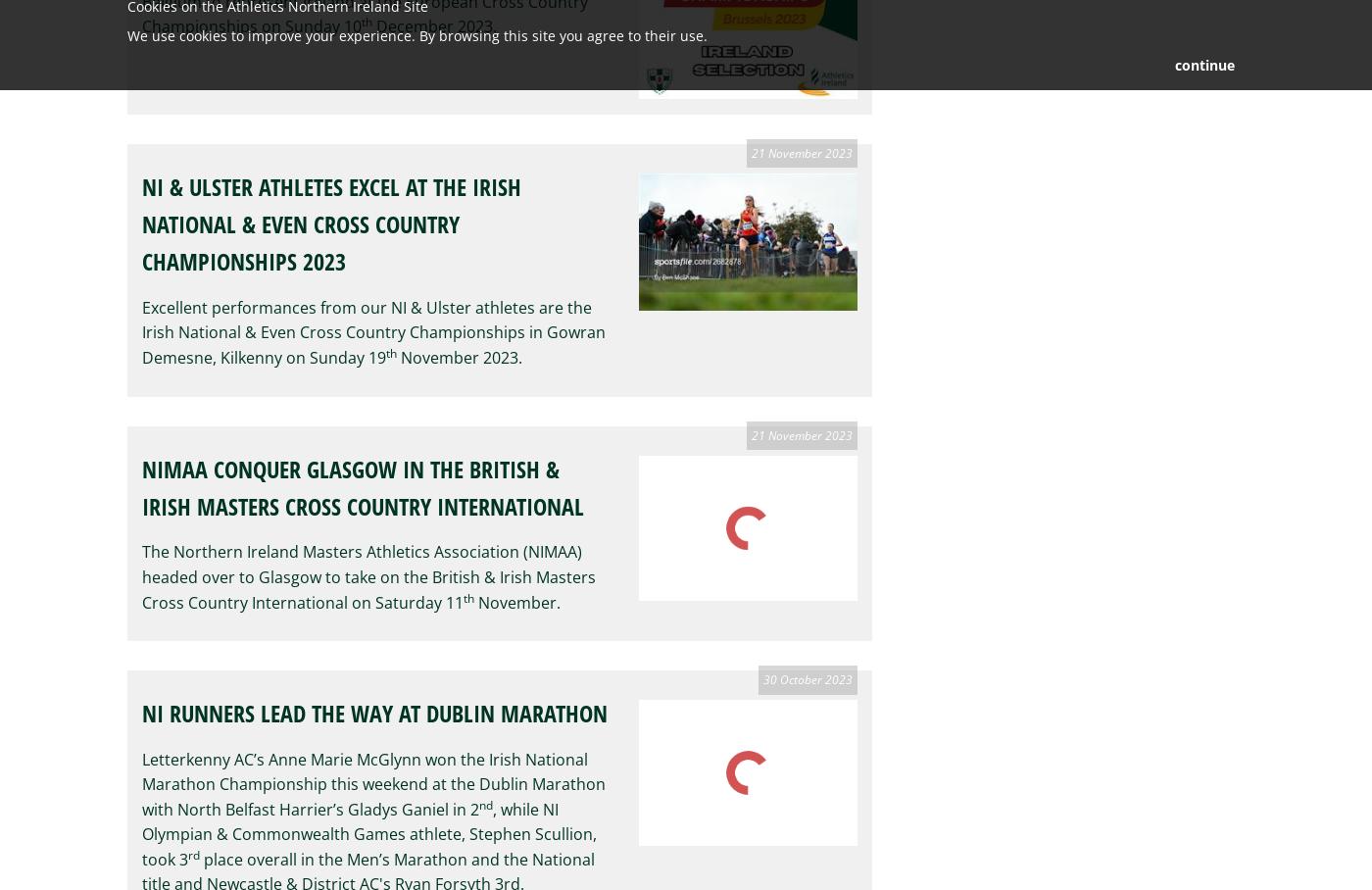  Describe the element at coordinates (142, 330) in the screenshot. I see `'Excellent performances from our NI & Ulster athletes are the Irish National & Even Cross Country Championships in Gowran Demesne, Kilkenny on Sunday 19'` at that location.